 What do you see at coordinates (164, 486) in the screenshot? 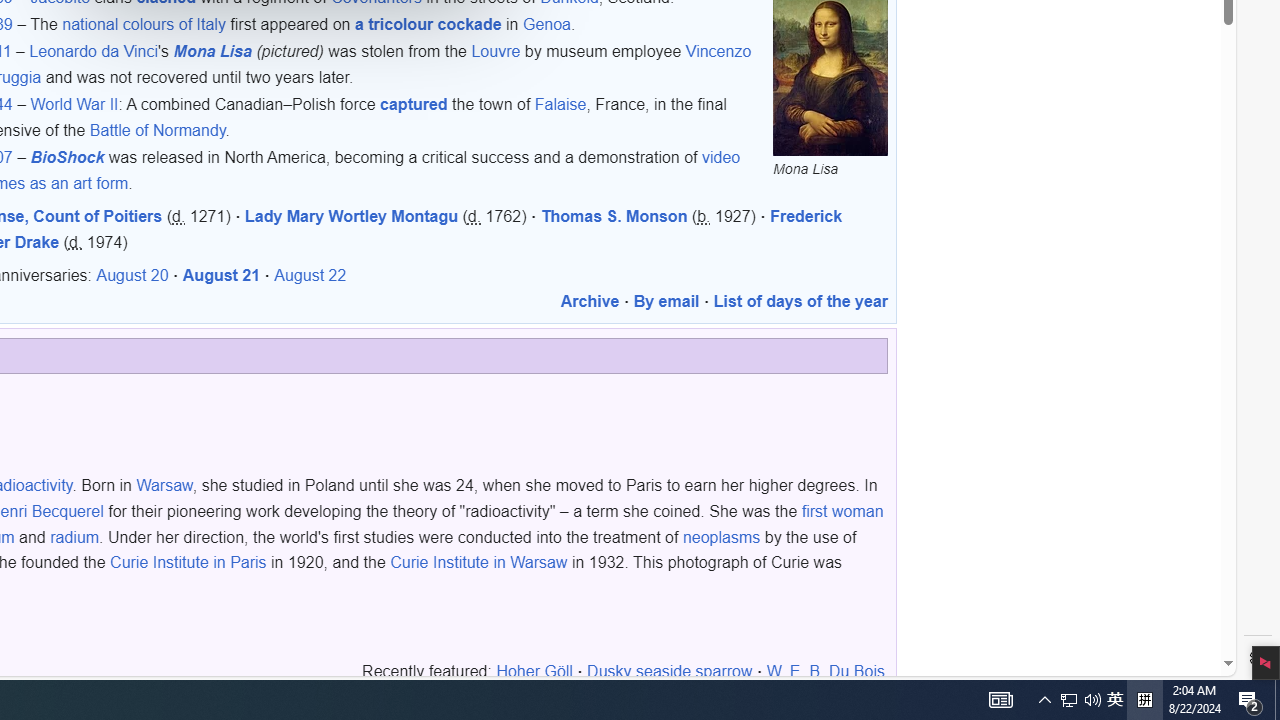
I see `'Warsaw'` at bounding box center [164, 486].